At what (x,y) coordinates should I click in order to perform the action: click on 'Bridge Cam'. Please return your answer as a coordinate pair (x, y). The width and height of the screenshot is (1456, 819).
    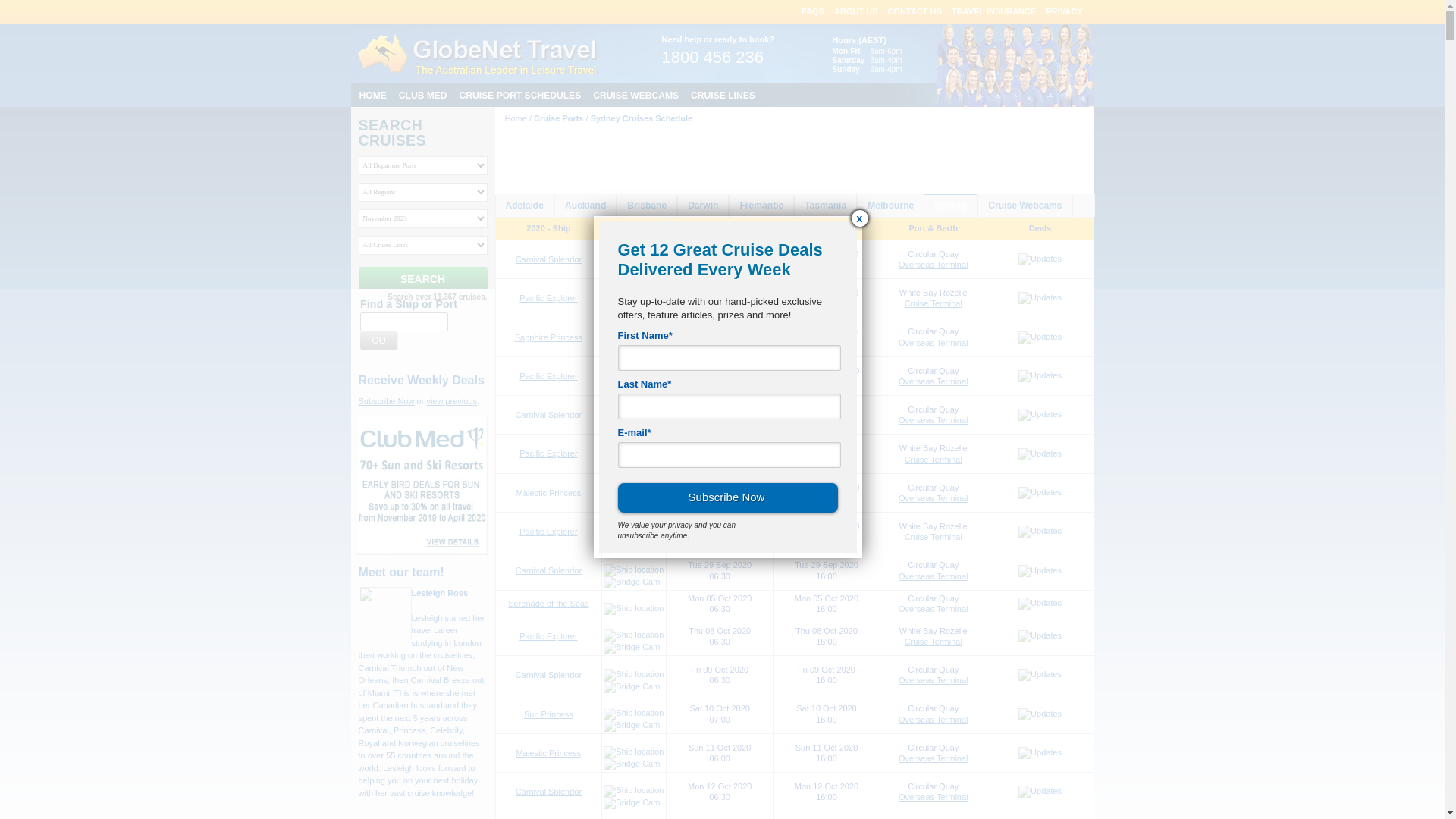
    Looking at the image, I should click on (632, 309).